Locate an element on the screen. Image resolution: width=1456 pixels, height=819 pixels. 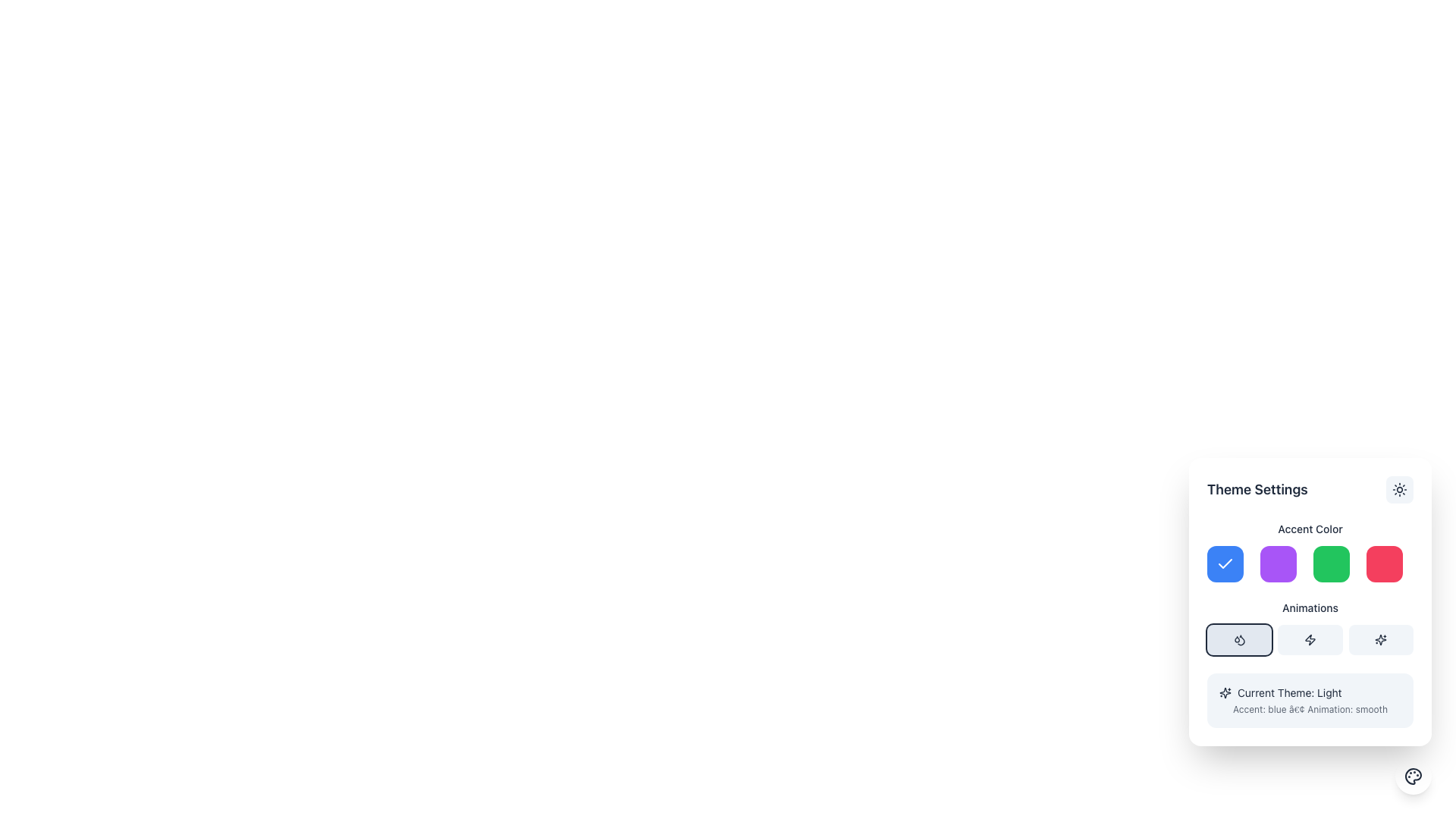
the informational text block at the bottom right of the 'Theme Settings' group that displays the current theme, accent color, and animation type settings is located at coordinates (1310, 701).